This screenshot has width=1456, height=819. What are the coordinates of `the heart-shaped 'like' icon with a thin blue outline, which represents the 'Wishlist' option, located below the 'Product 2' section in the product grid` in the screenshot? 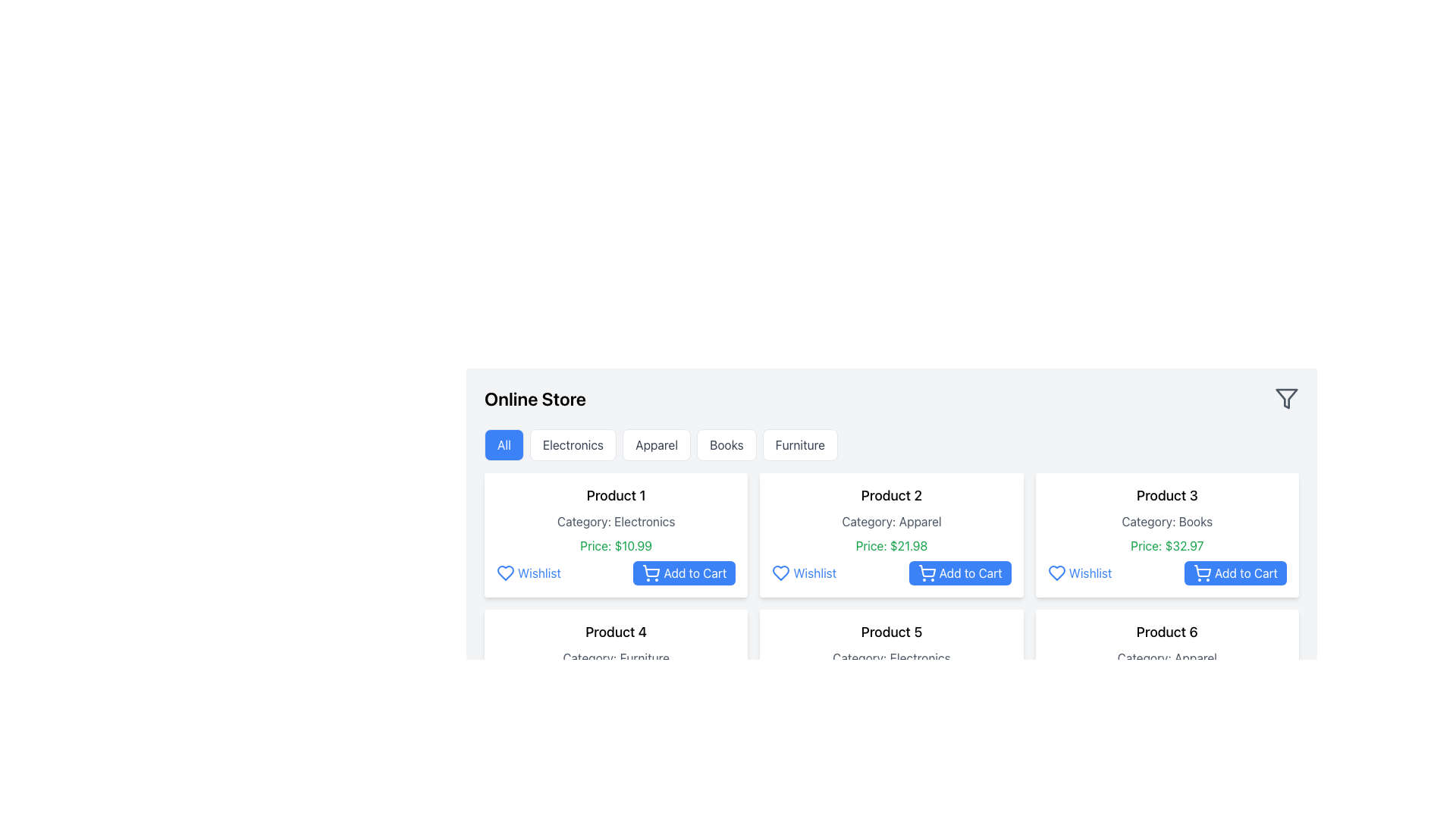 It's located at (781, 573).